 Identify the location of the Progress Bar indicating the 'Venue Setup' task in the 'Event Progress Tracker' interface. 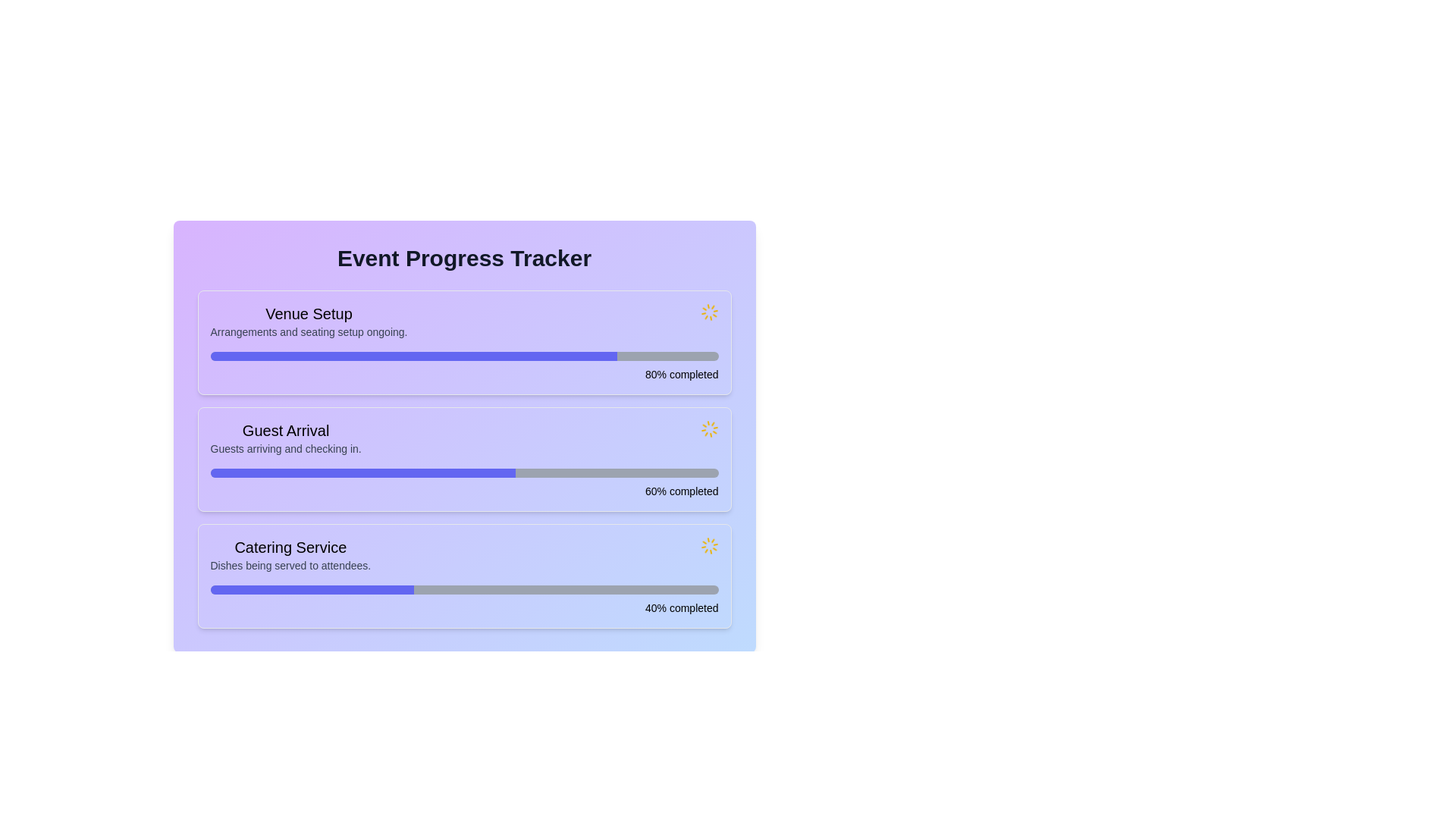
(413, 356).